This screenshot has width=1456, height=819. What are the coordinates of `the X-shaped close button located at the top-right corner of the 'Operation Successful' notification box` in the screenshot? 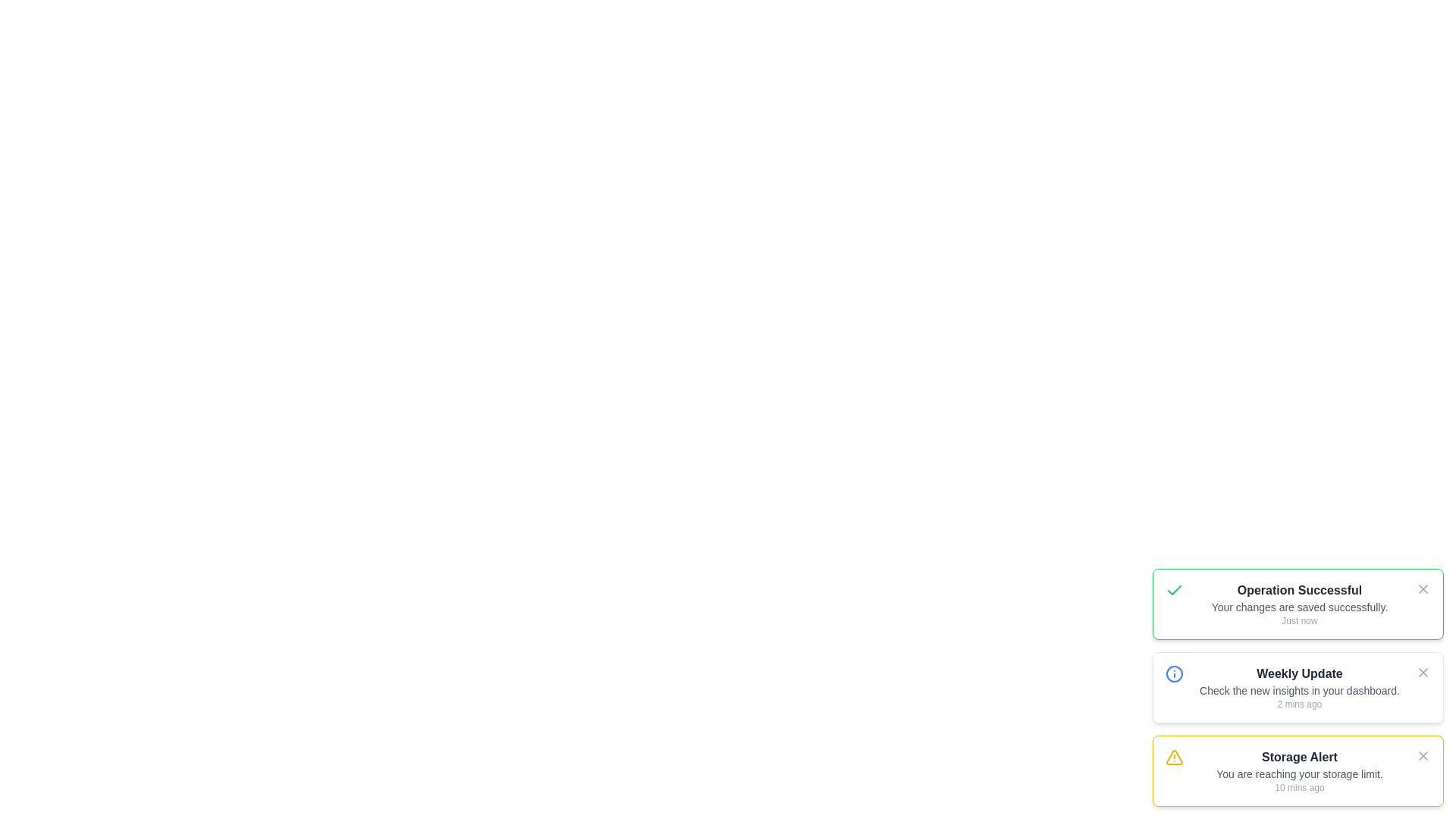 It's located at (1422, 588).